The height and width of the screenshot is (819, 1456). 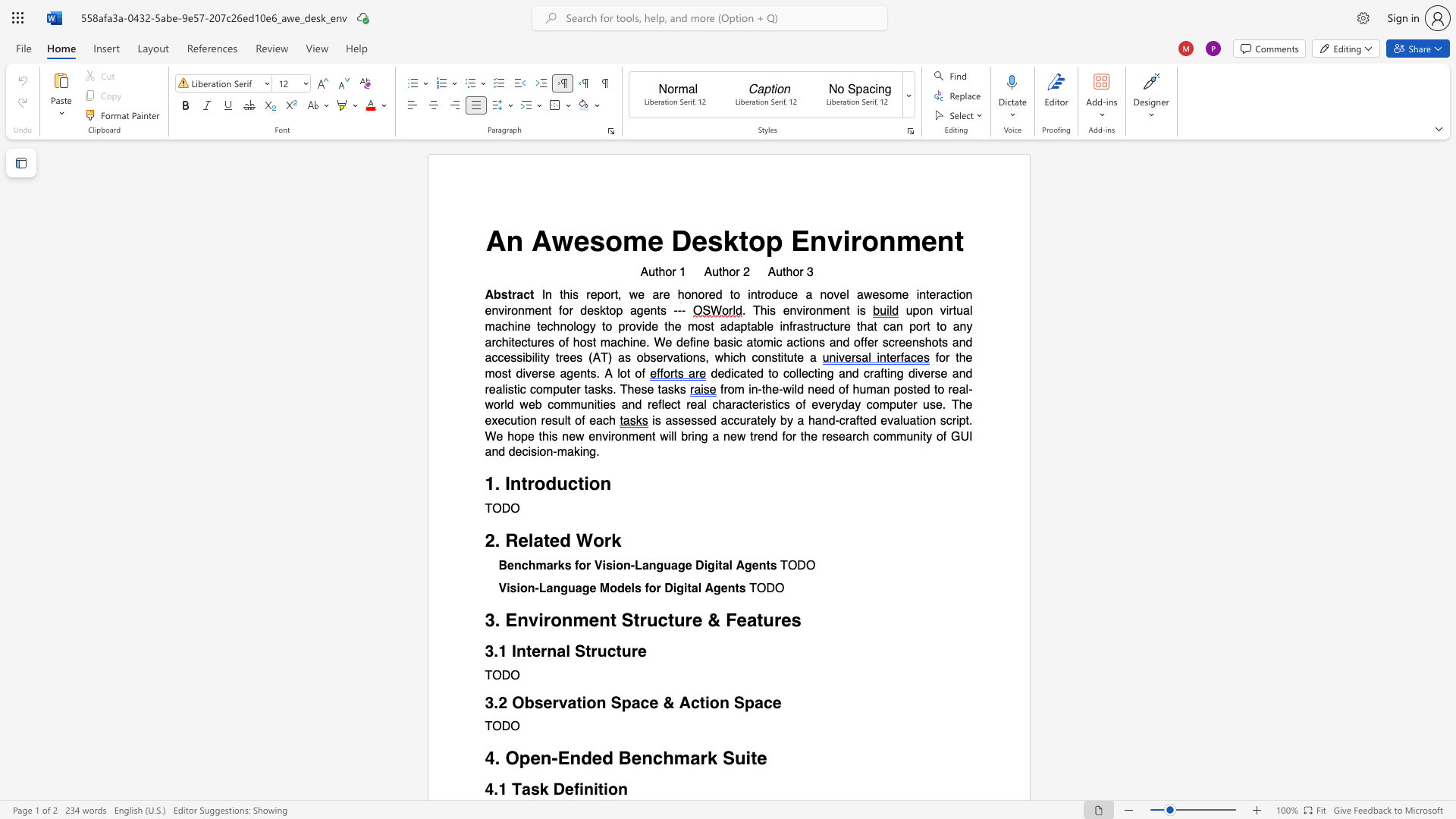 I want to click on the space between the continuous character "b" and "y" in the text, so click(x=786, y=421).